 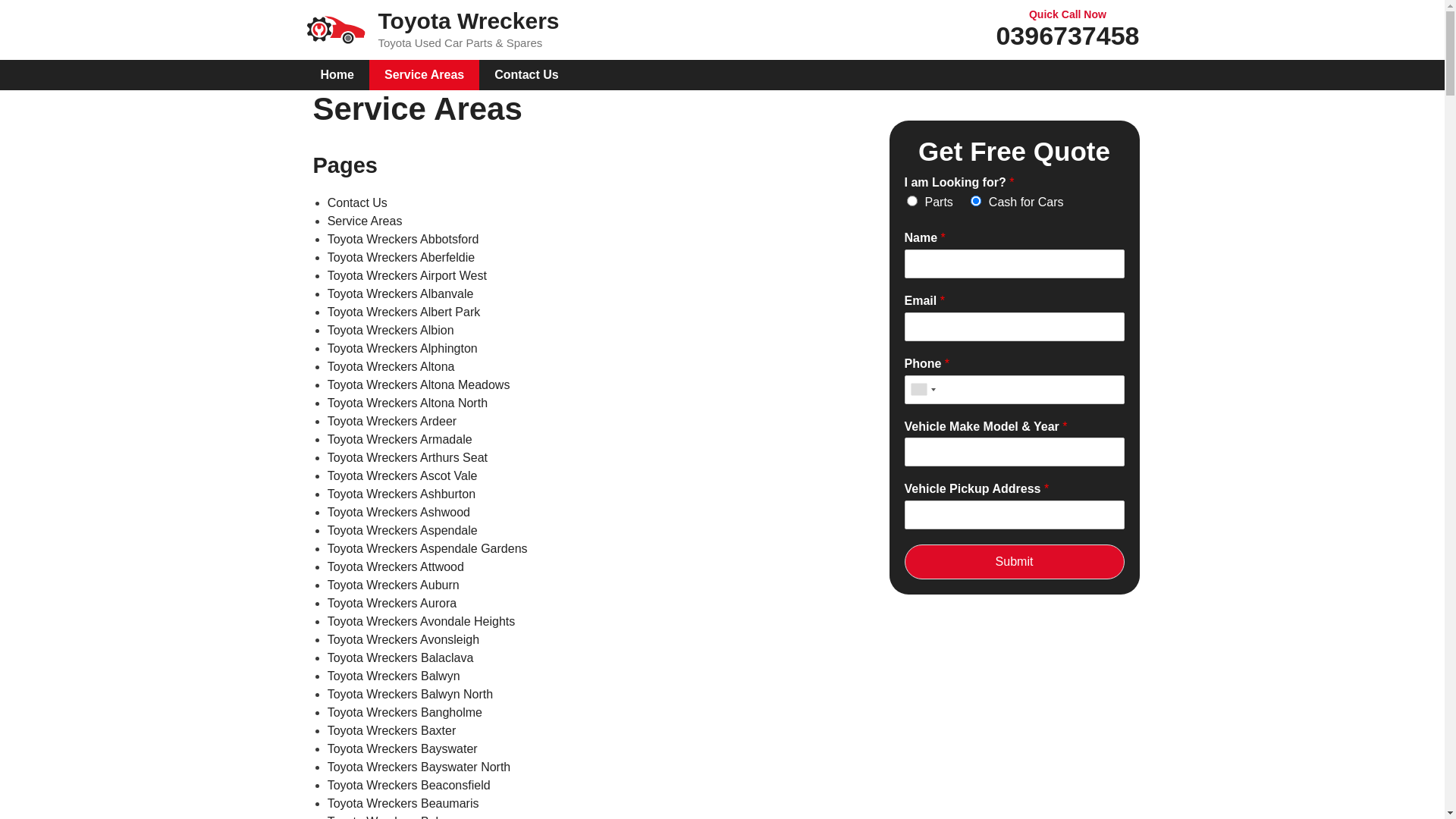 I want to click on 'Toyota Wreckers Aberfeldie', so click(x=400, y=256).